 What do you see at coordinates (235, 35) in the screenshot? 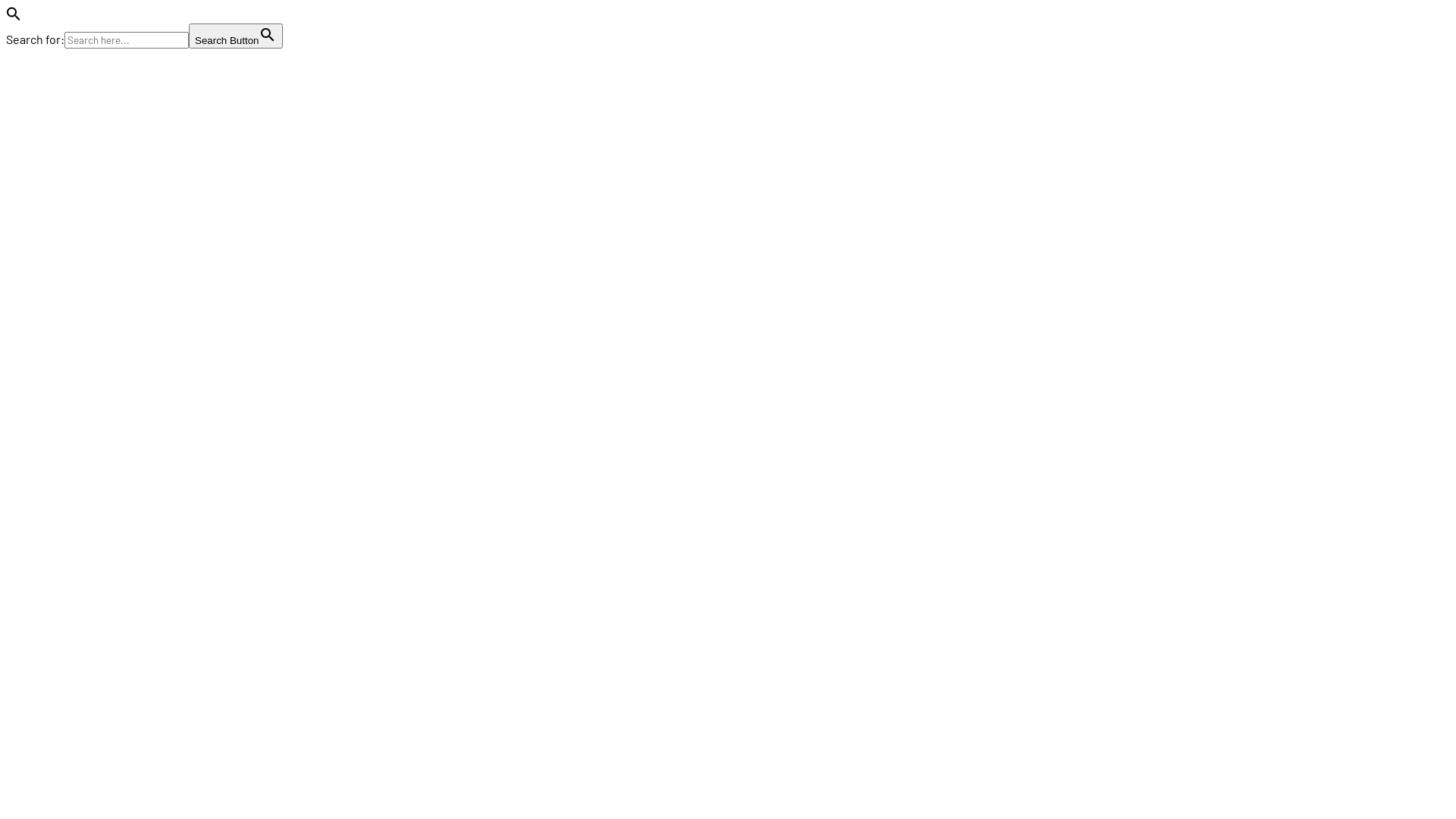
I see `'Search Button'` at bounding box center [235, 35].